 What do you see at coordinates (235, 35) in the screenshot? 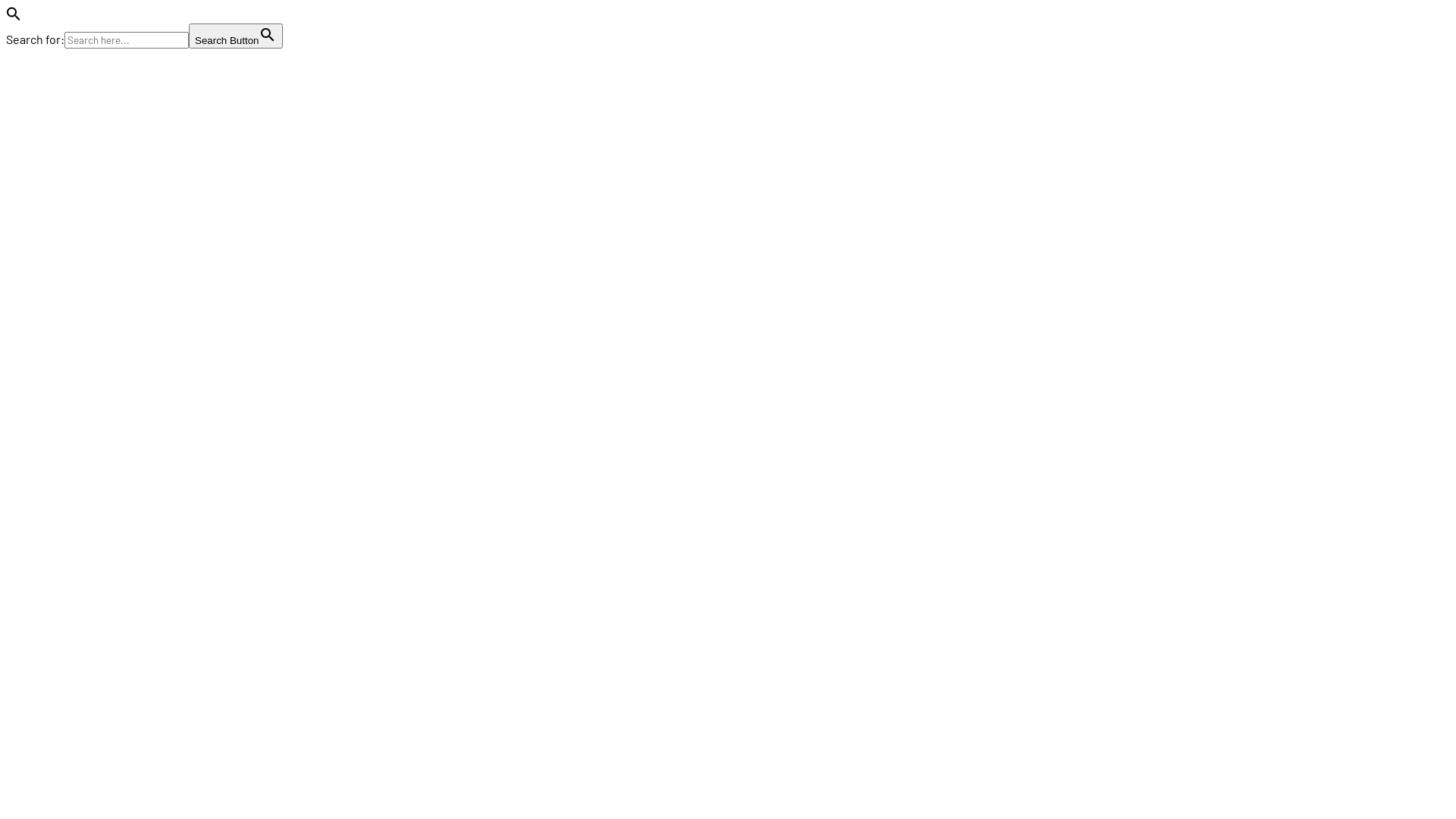
I see `'Search Button'` at bounding box center [235, 35].